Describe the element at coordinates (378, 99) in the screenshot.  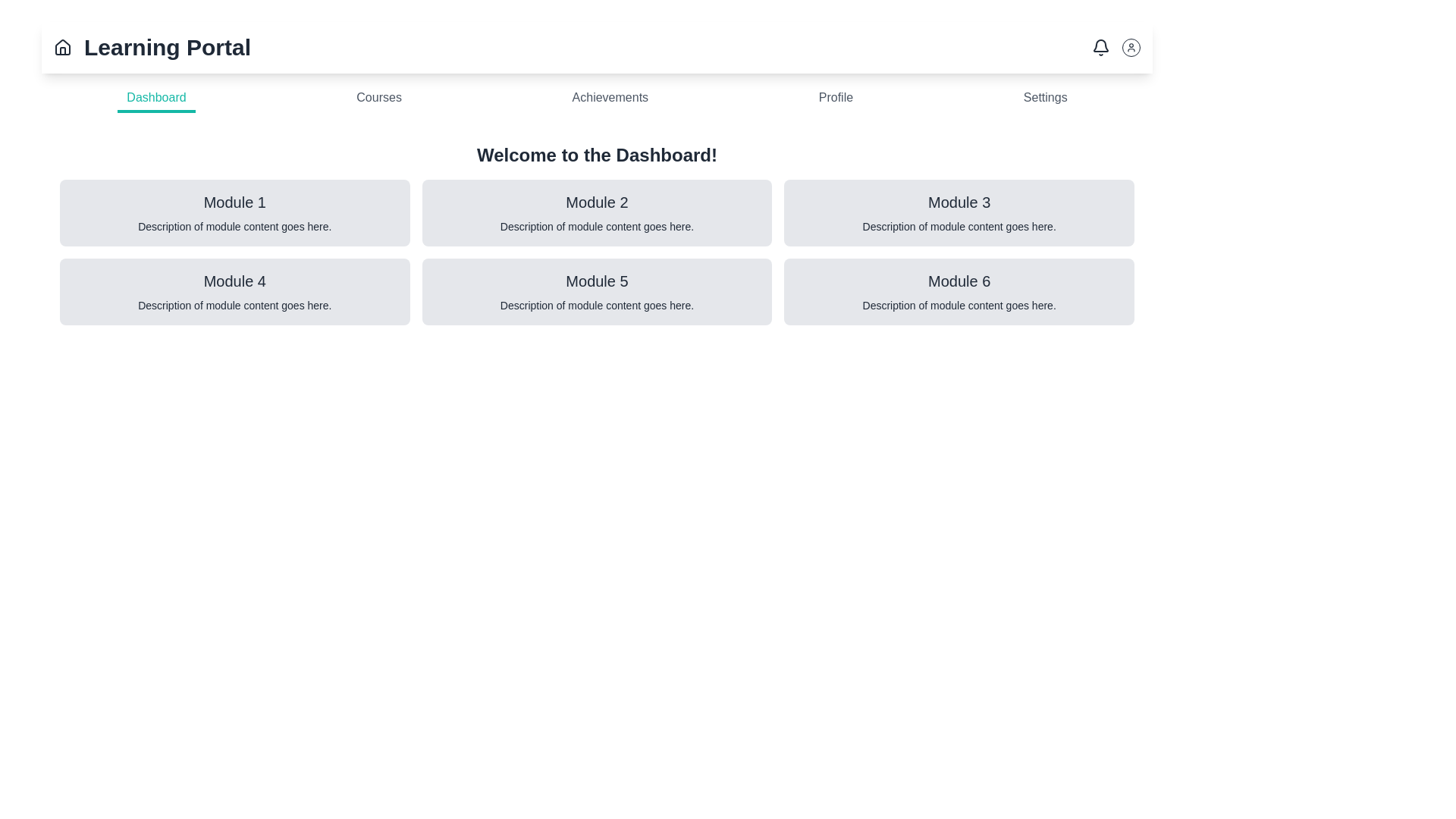
I see `the 'Courses' button in the horizontal navigation bar` at that location.